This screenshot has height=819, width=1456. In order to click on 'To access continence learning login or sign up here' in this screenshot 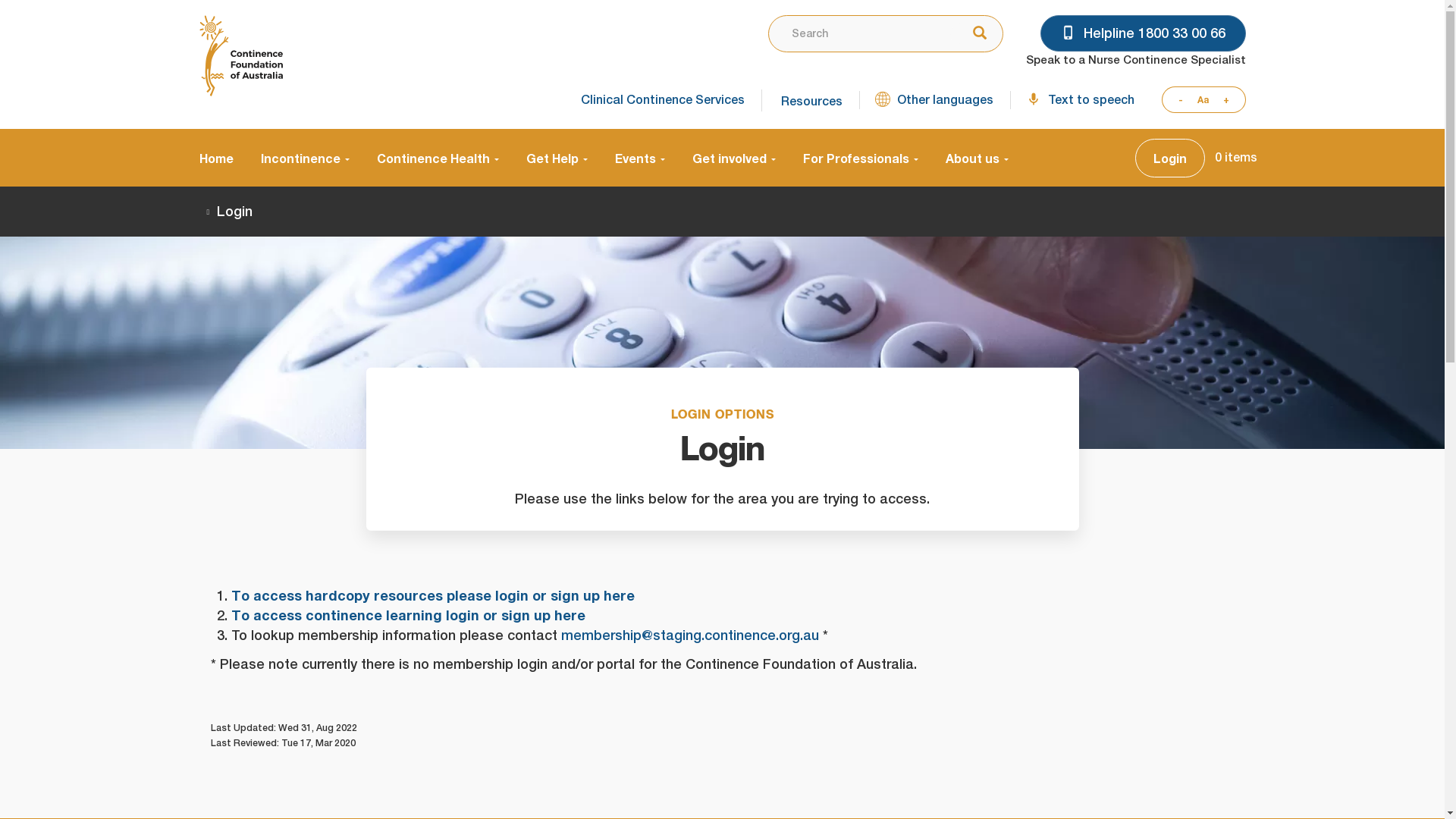, I will do `click(407, 615)`.